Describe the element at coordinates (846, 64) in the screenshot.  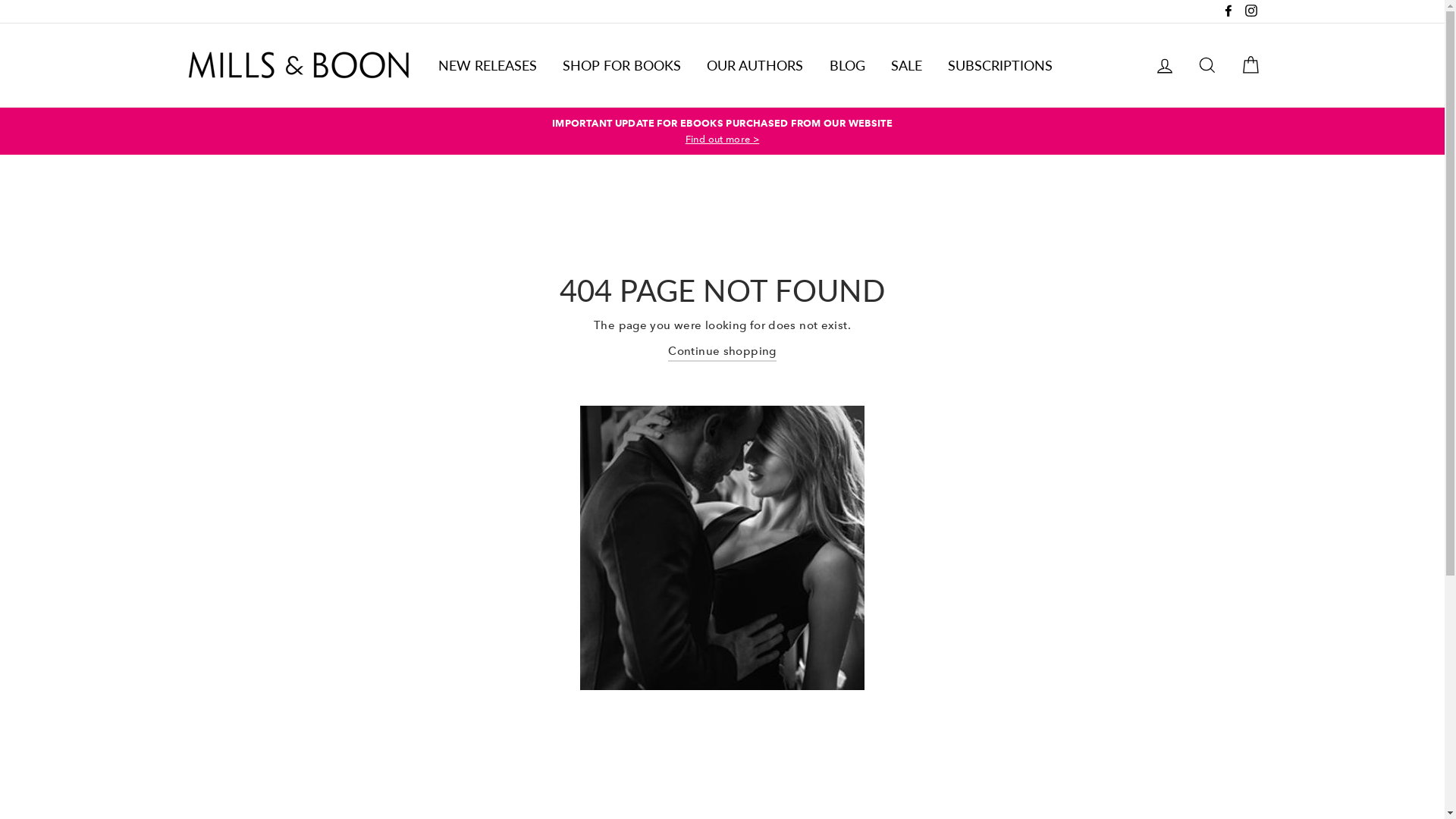
I see `'BLOG'` at that location.